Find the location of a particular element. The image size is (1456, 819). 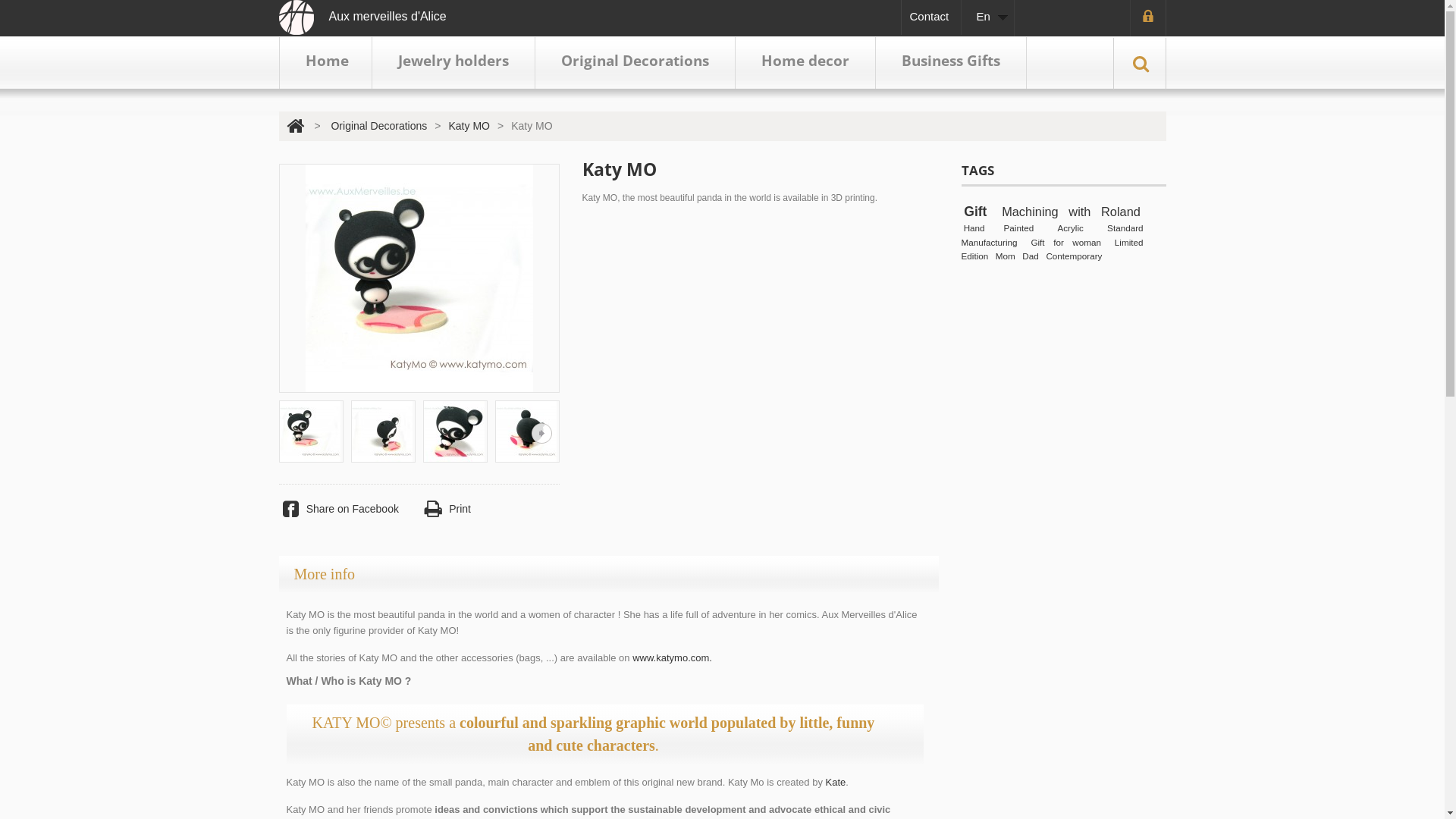

'Home' is located at coordinates (324, 62).